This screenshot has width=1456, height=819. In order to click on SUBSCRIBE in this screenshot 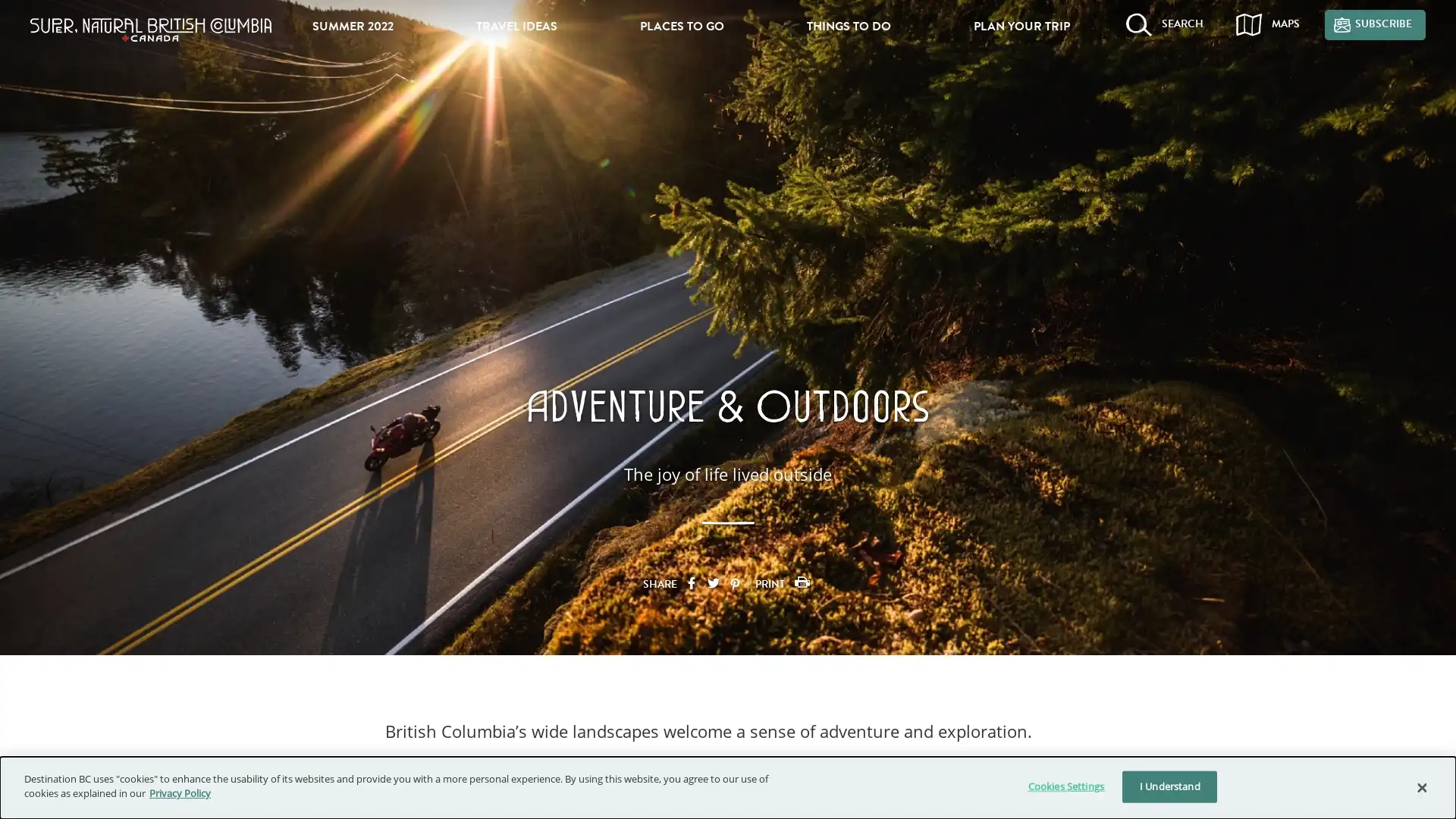, I will do `click(1375, 25)`.